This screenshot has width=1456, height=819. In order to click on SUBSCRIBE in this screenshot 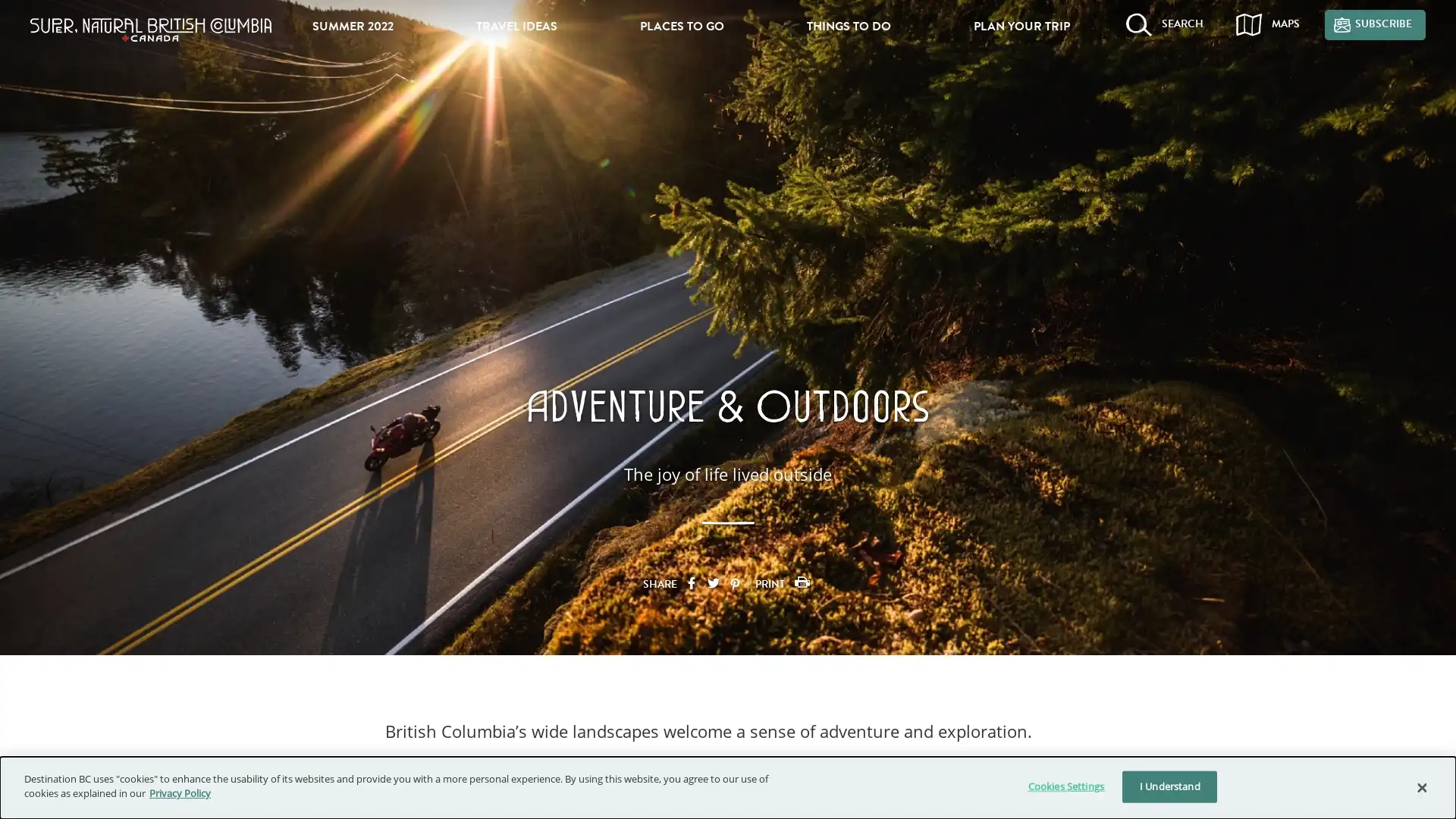, I will do `click(1375, 25)`.